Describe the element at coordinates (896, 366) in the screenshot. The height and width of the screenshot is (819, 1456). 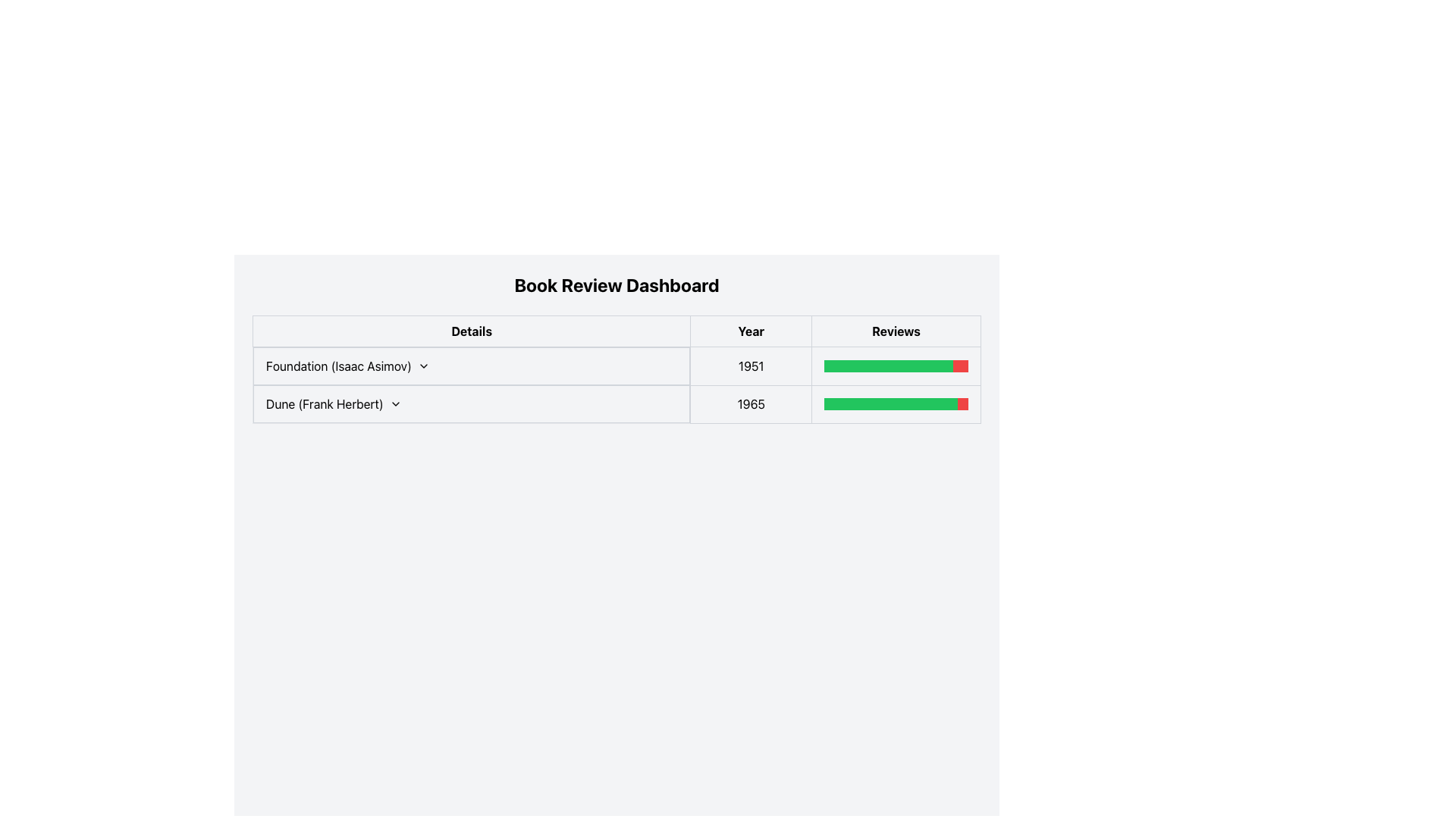
I see `the green and red progress bar located in the rightmost column labeled 'Reviews' of the first row in the table, adjacent to the 'Year' column value of '1951.'` at that location.